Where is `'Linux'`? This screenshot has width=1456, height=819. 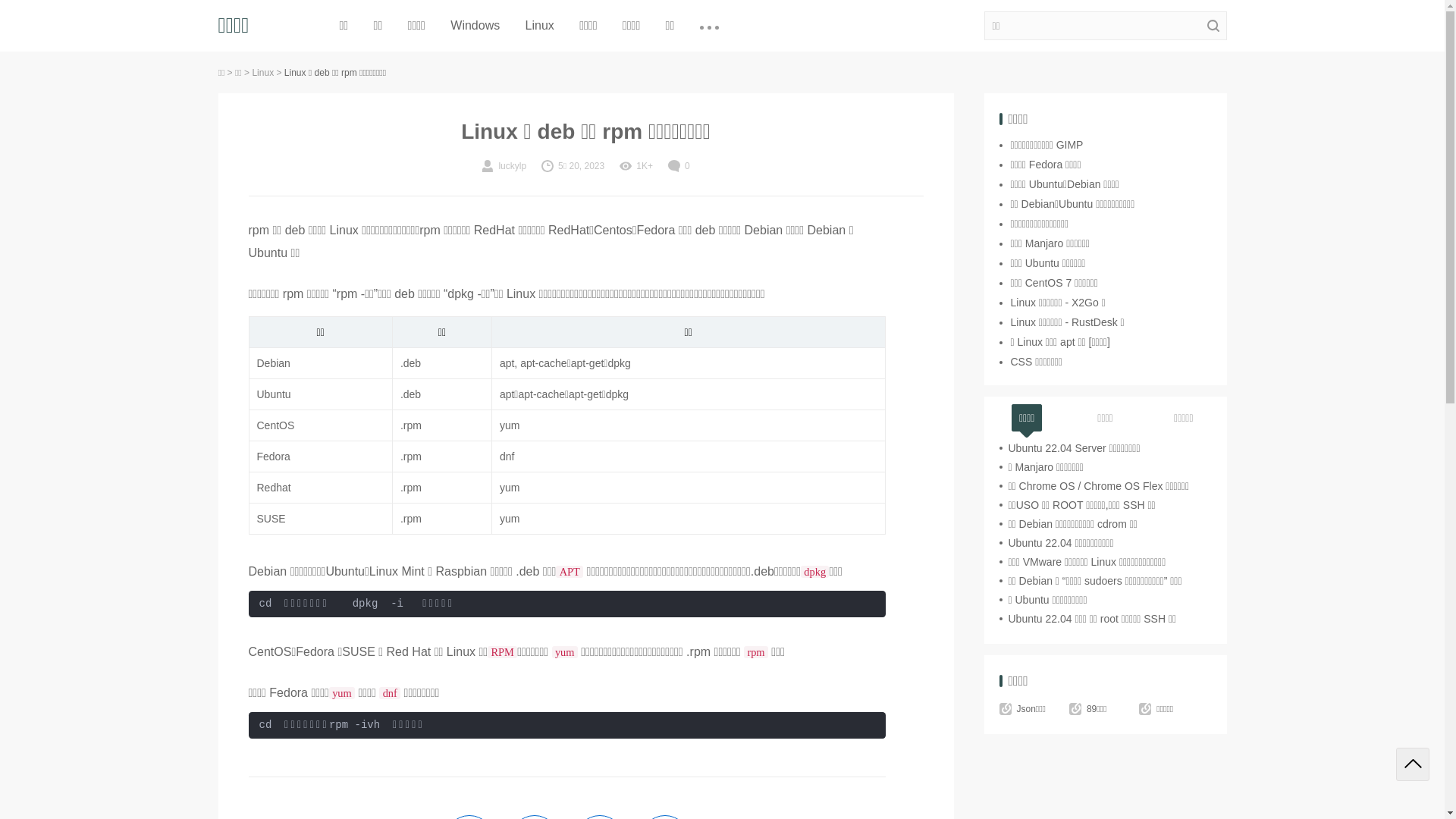
'Linux' is located at coordinates (262, 73).